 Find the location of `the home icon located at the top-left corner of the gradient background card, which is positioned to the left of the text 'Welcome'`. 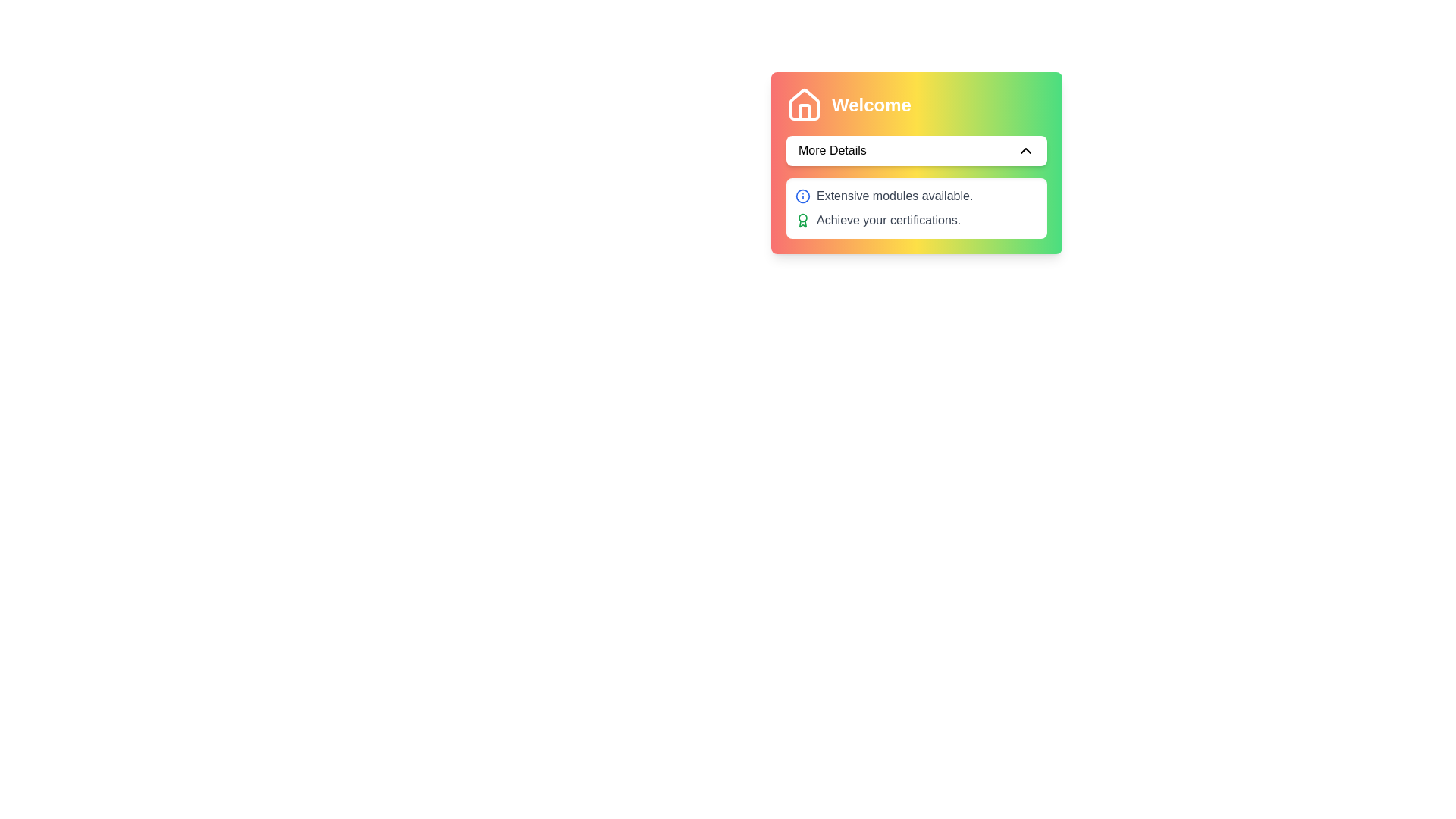

the home icon located at the top-left corner of the gradient background card, which is positioned to the left of the text 'Welcome' is located at coordinates (803, 104).